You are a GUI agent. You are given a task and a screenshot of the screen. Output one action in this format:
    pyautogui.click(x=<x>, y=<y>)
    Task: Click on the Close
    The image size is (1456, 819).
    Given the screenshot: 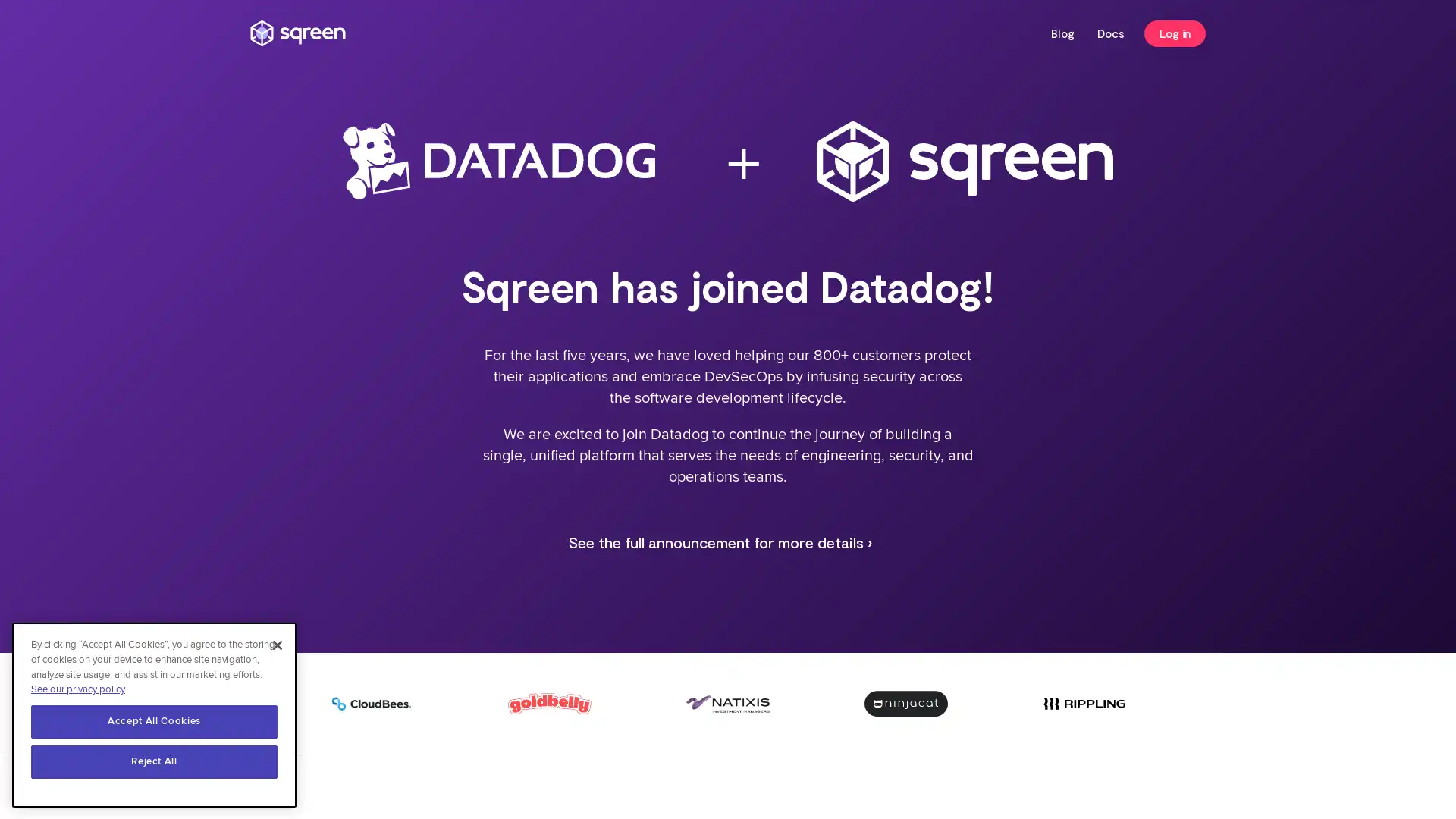 What is the action you would take?
    pyautogui.click(x=277, y=645)
    